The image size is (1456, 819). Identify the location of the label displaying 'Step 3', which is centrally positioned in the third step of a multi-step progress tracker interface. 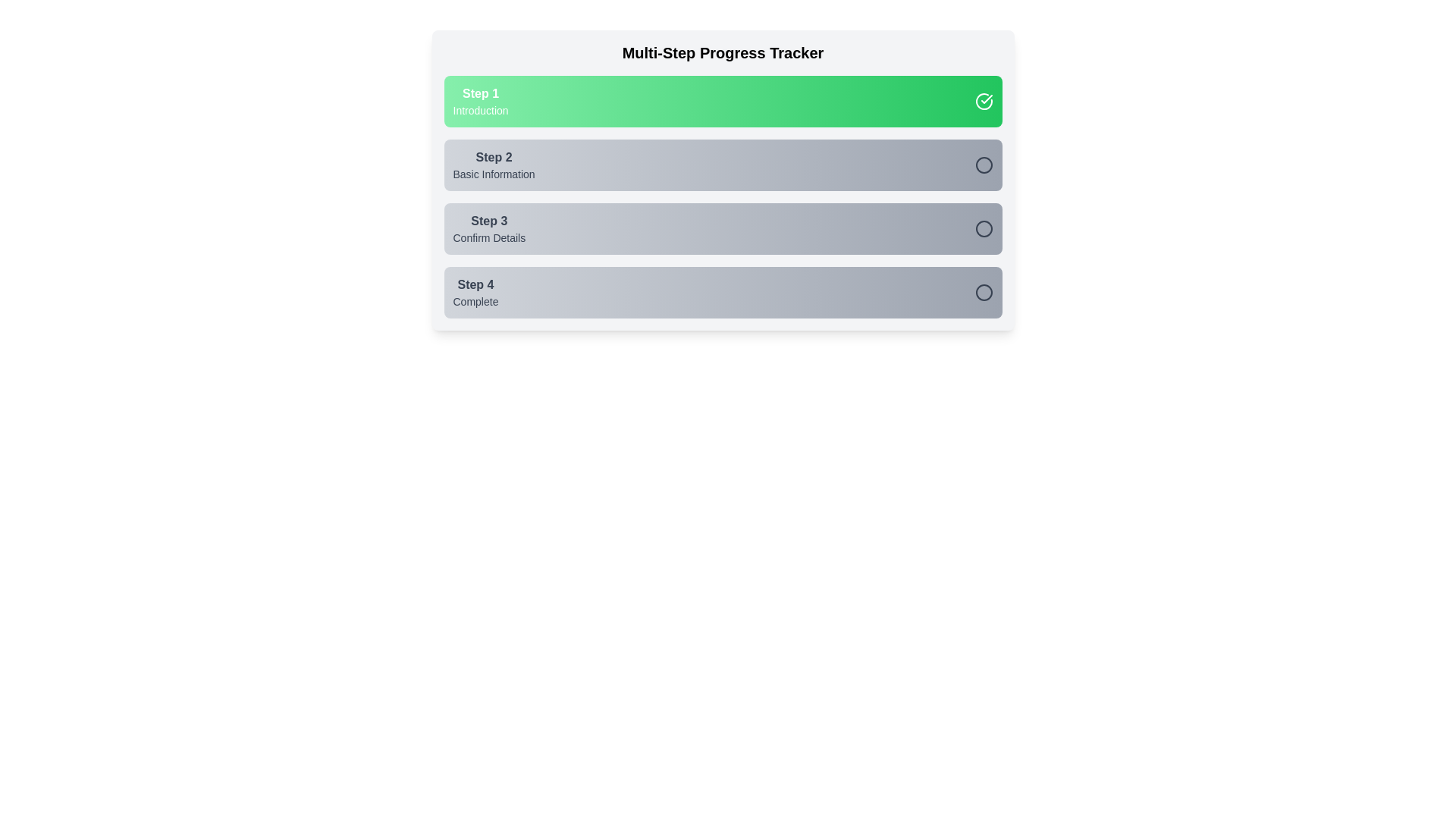
(489, 221).